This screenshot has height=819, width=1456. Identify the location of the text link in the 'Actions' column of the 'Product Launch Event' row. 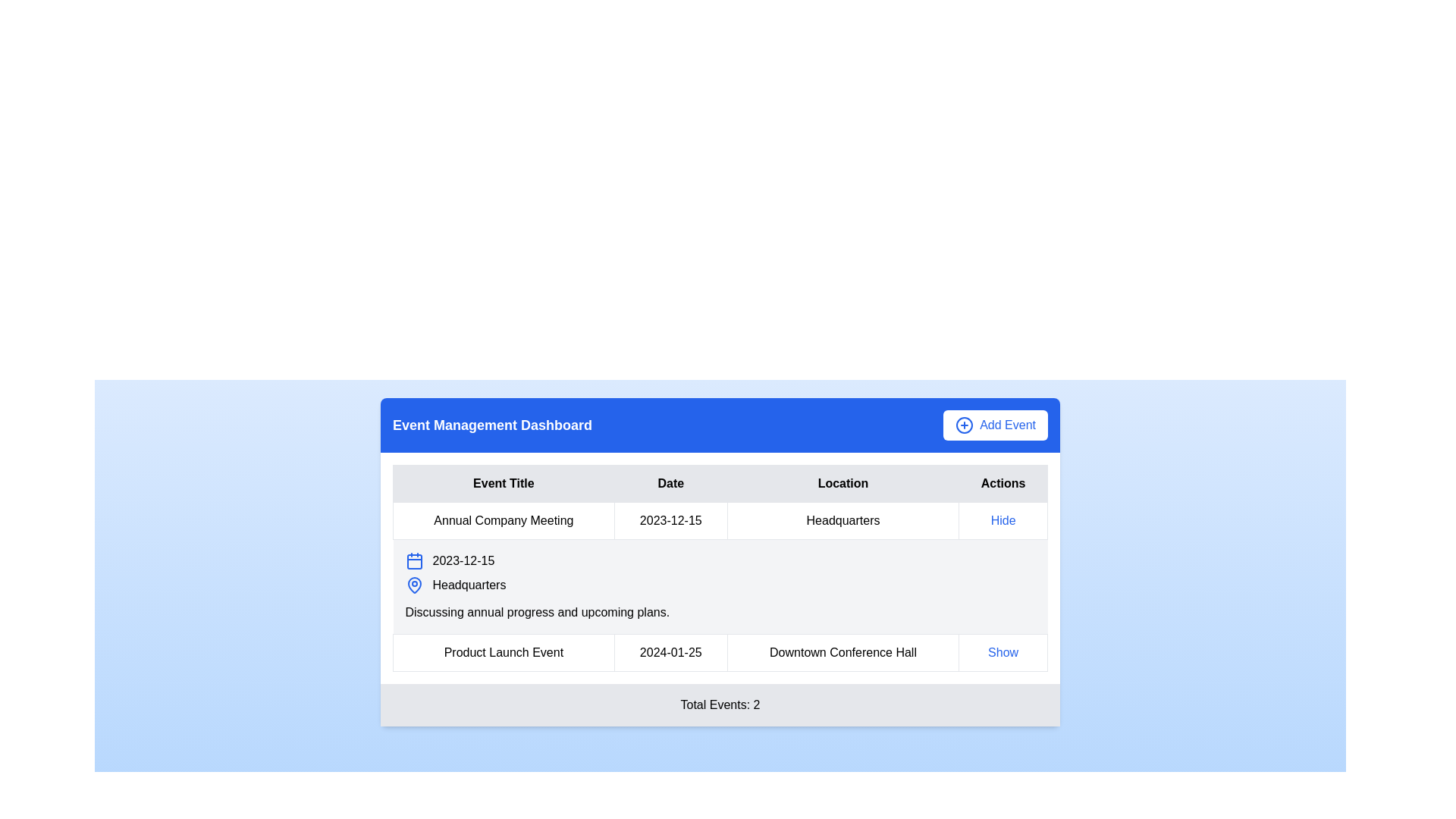
(1003, 651).